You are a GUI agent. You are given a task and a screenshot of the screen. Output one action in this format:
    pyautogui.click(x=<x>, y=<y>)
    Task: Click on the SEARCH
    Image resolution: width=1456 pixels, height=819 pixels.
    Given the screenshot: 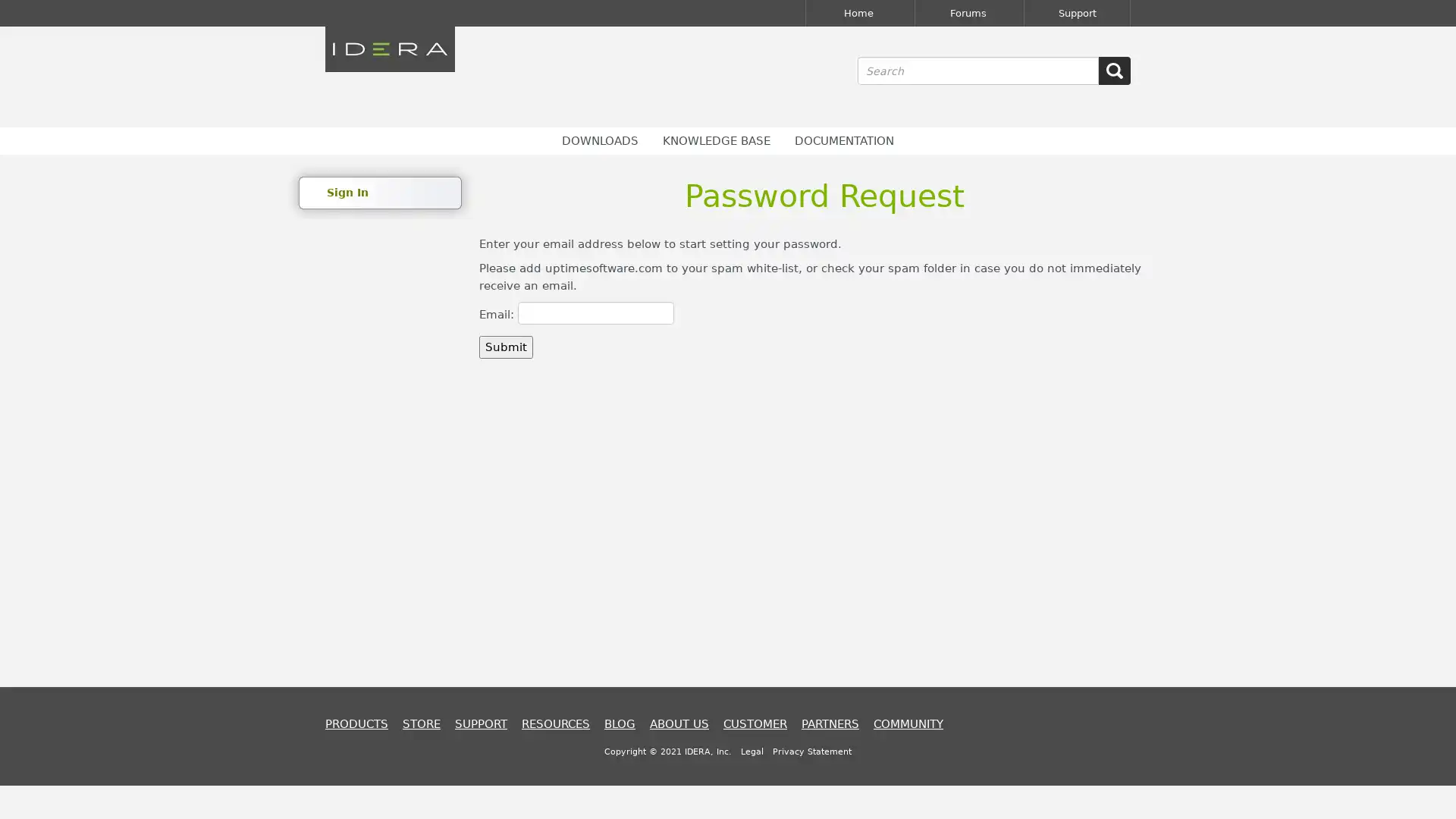 What is the action you would take?
    pyautogui.click(x=1114, y=71)
    